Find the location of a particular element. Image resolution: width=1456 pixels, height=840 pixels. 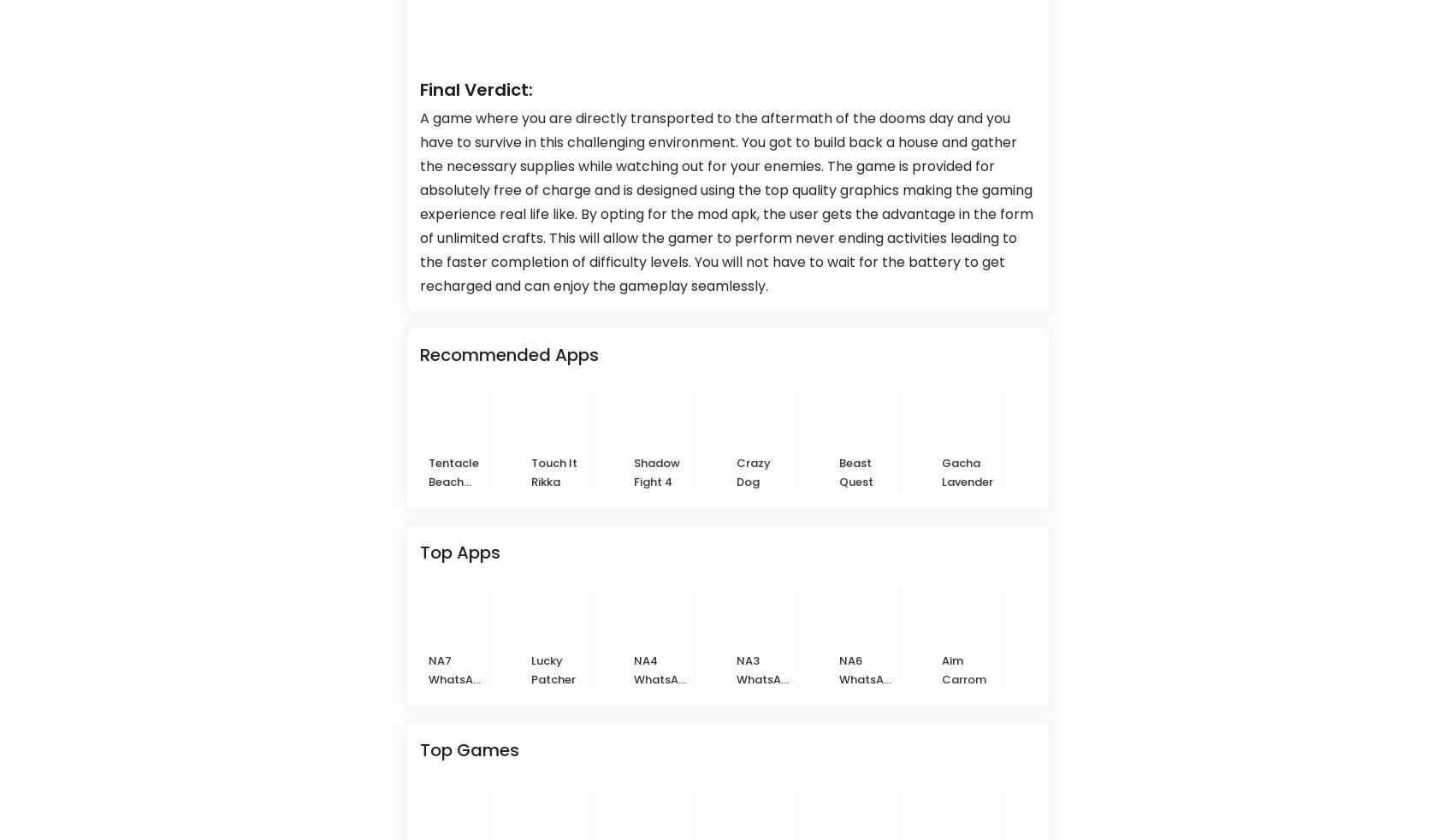

'Recommended Apps' is located at coordinates (509, 354).